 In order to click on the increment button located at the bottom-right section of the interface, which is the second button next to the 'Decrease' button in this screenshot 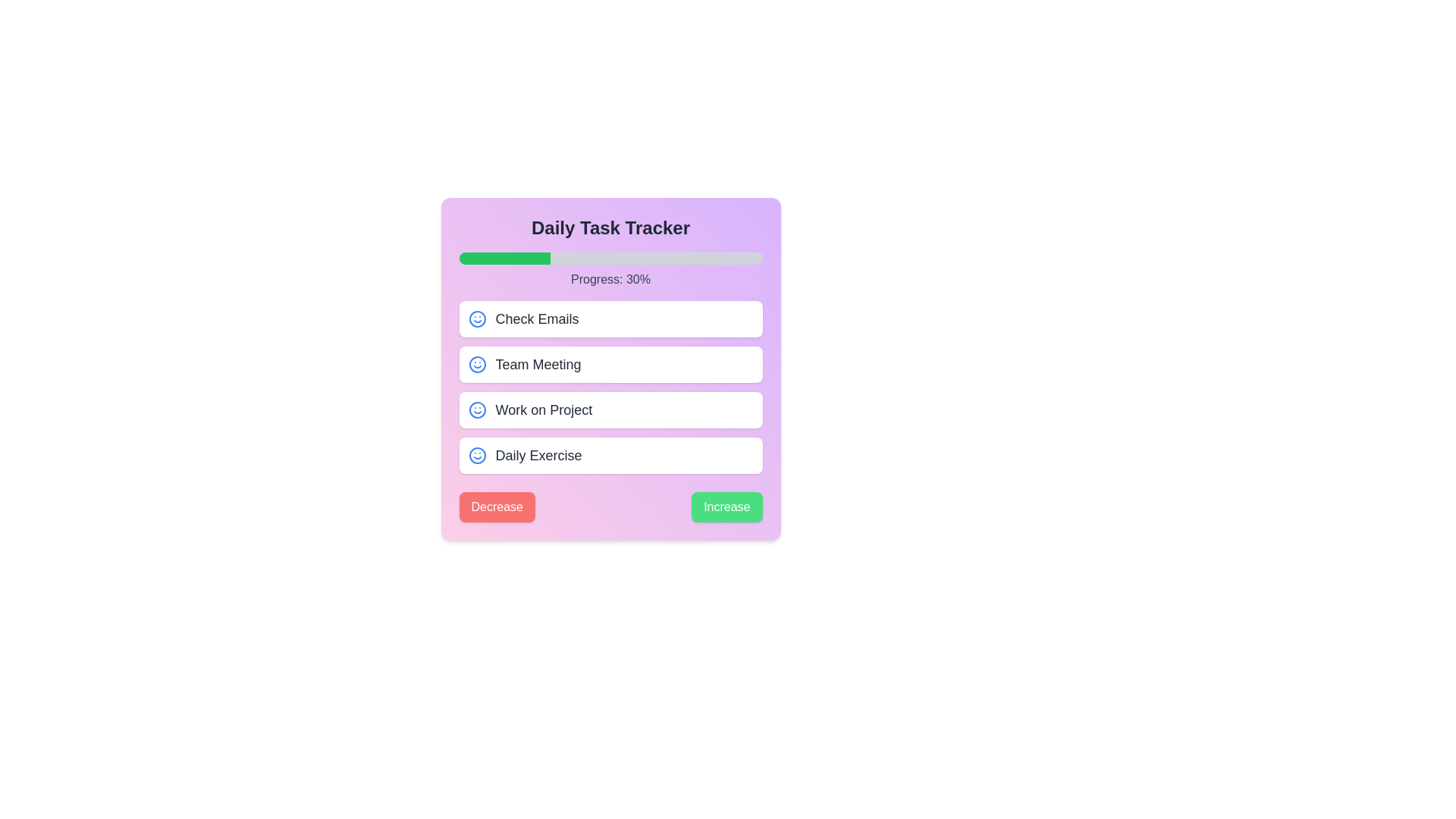, I will do `click(726, 507)`.